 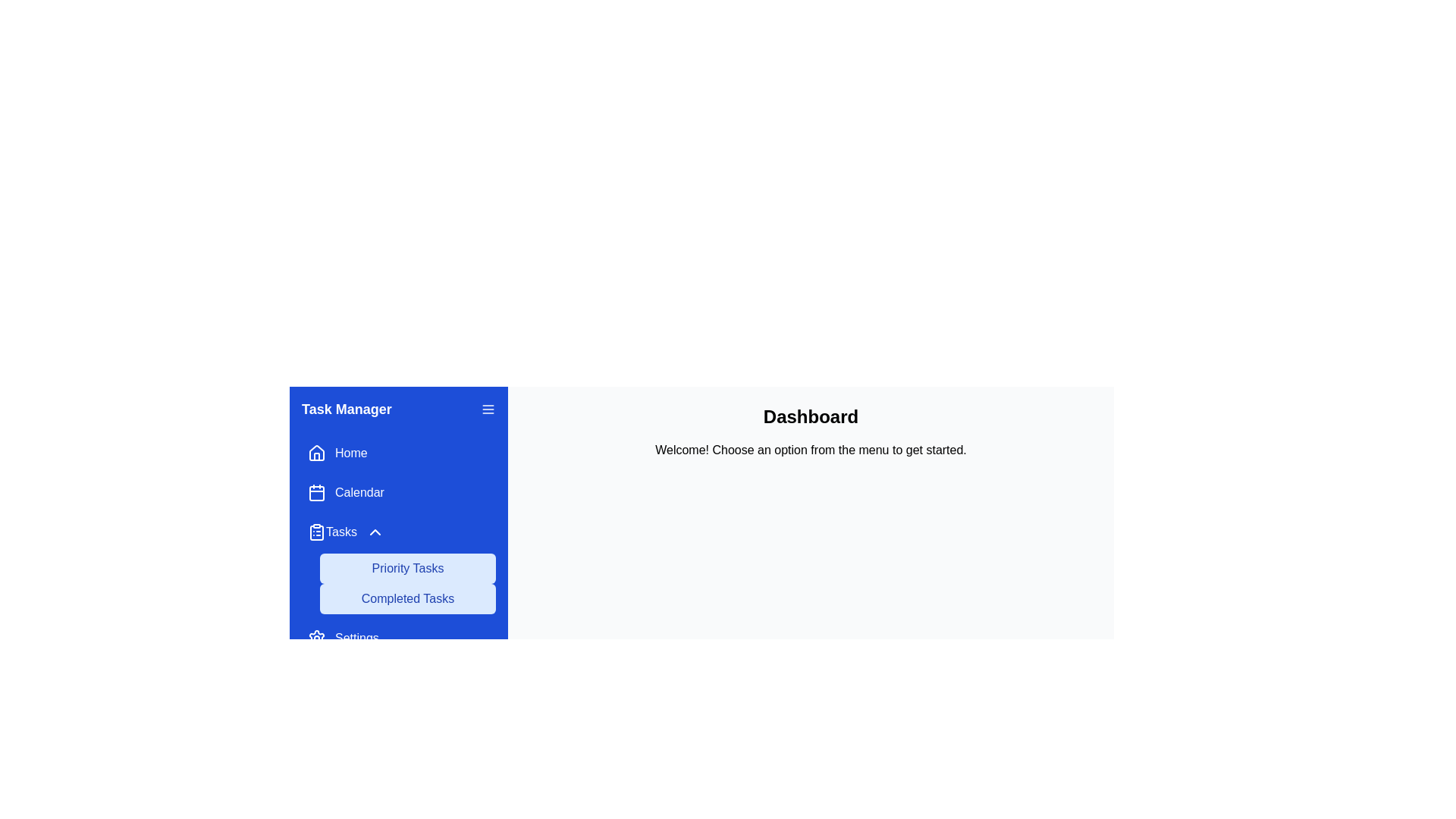 I want to click on the settings icon located in the lower section of the left-hand side menu panel, below the 'Tasks' menu option, so click(x=315, y=638).